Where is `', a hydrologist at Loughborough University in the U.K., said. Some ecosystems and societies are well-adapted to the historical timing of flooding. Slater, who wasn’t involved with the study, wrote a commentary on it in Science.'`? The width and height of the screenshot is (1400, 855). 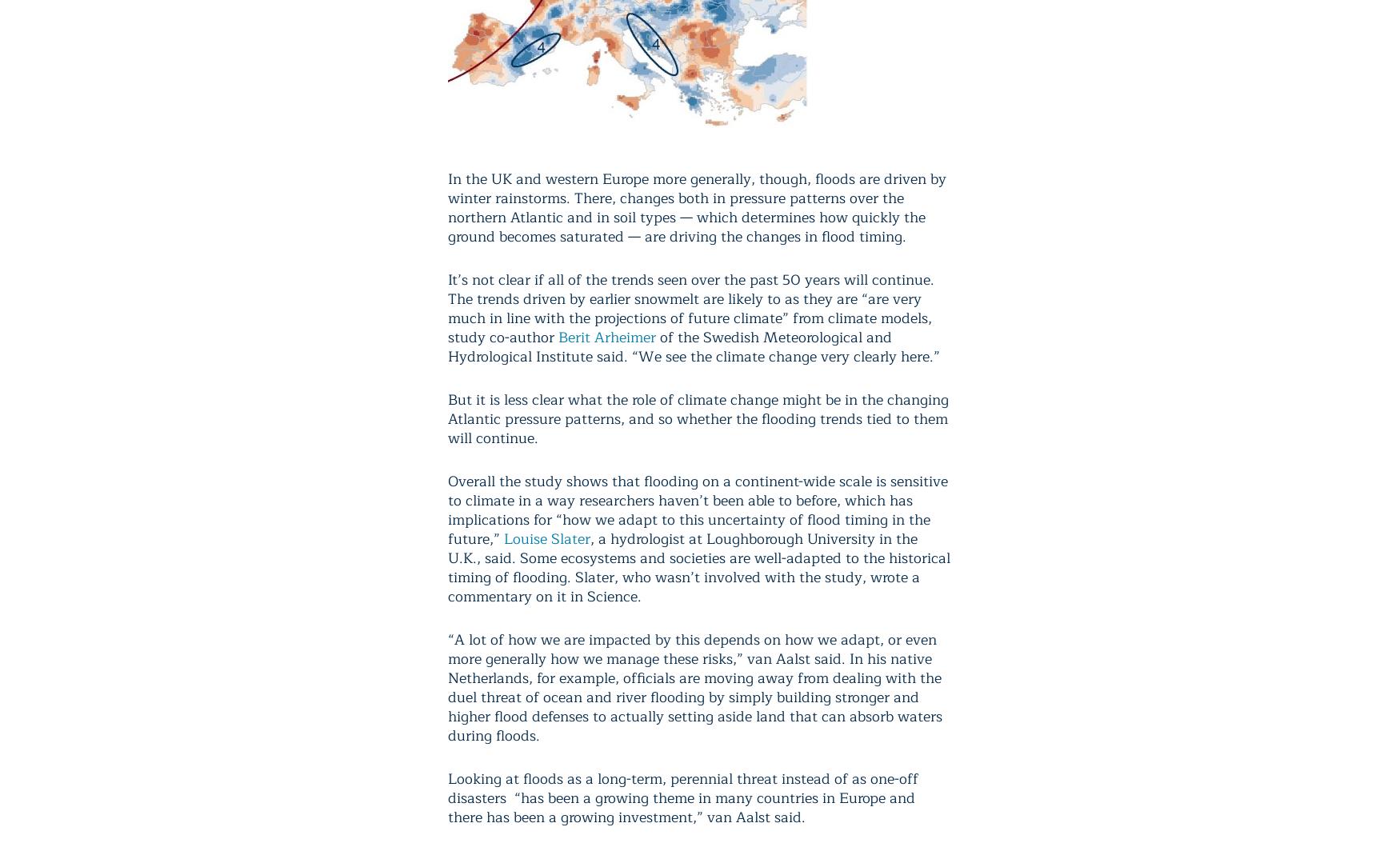 ', a hydrologist at Loughborough University in the U.K., said. Some ecosystems and societies are well-adapted to the historical timing of flooding. Slater, who wasn’t involved with the study, wrote a commentary on it in Science.' is located at coordinates (447, 565).